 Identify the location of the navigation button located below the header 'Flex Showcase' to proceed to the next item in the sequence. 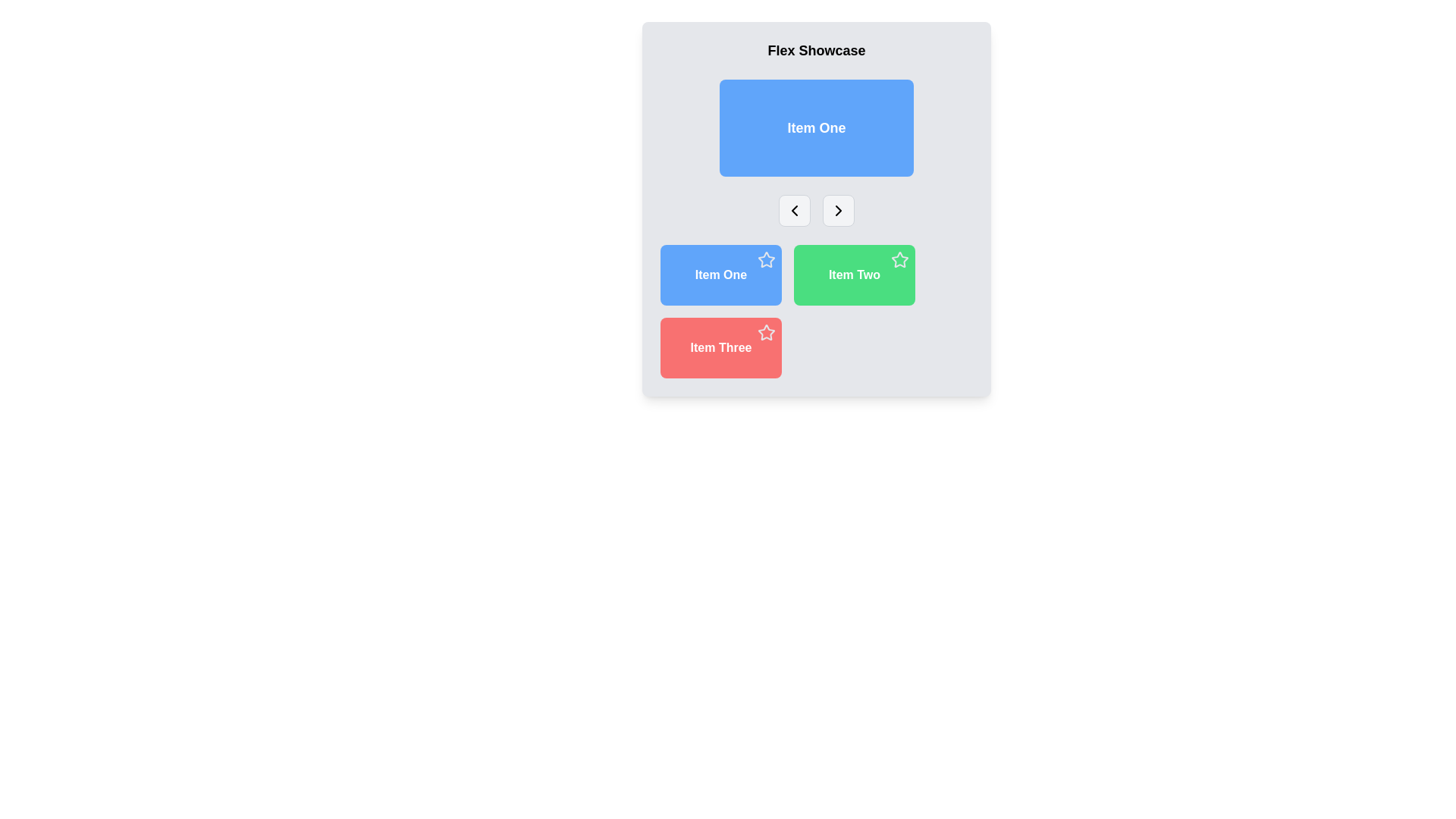
(837, 210).